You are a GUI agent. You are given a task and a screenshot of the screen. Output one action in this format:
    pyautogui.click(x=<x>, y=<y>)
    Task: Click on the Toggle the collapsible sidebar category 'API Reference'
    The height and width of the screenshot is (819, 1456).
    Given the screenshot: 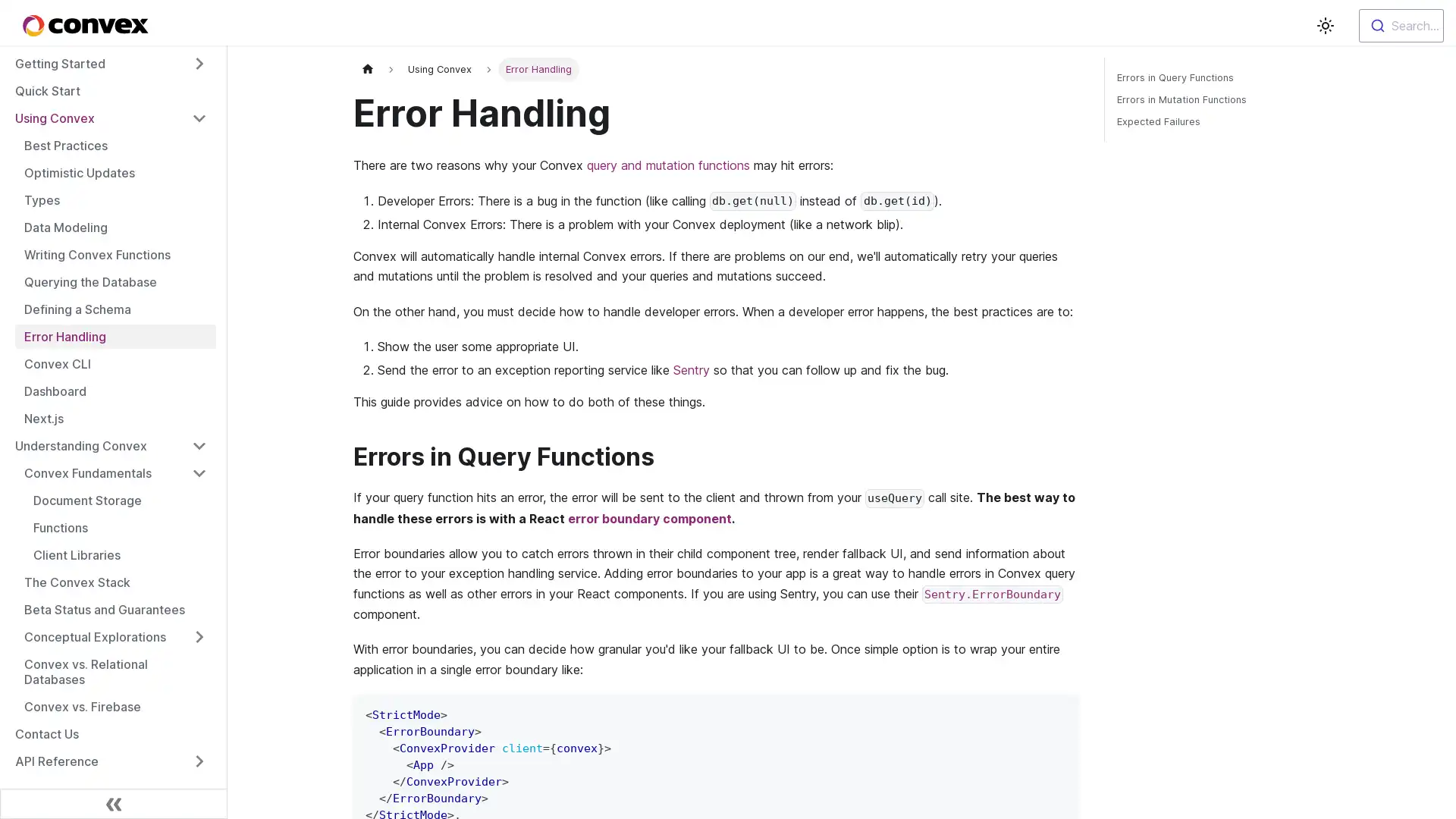 What is the action you would take?
    pyautogui.click(x=199, y=761)
    